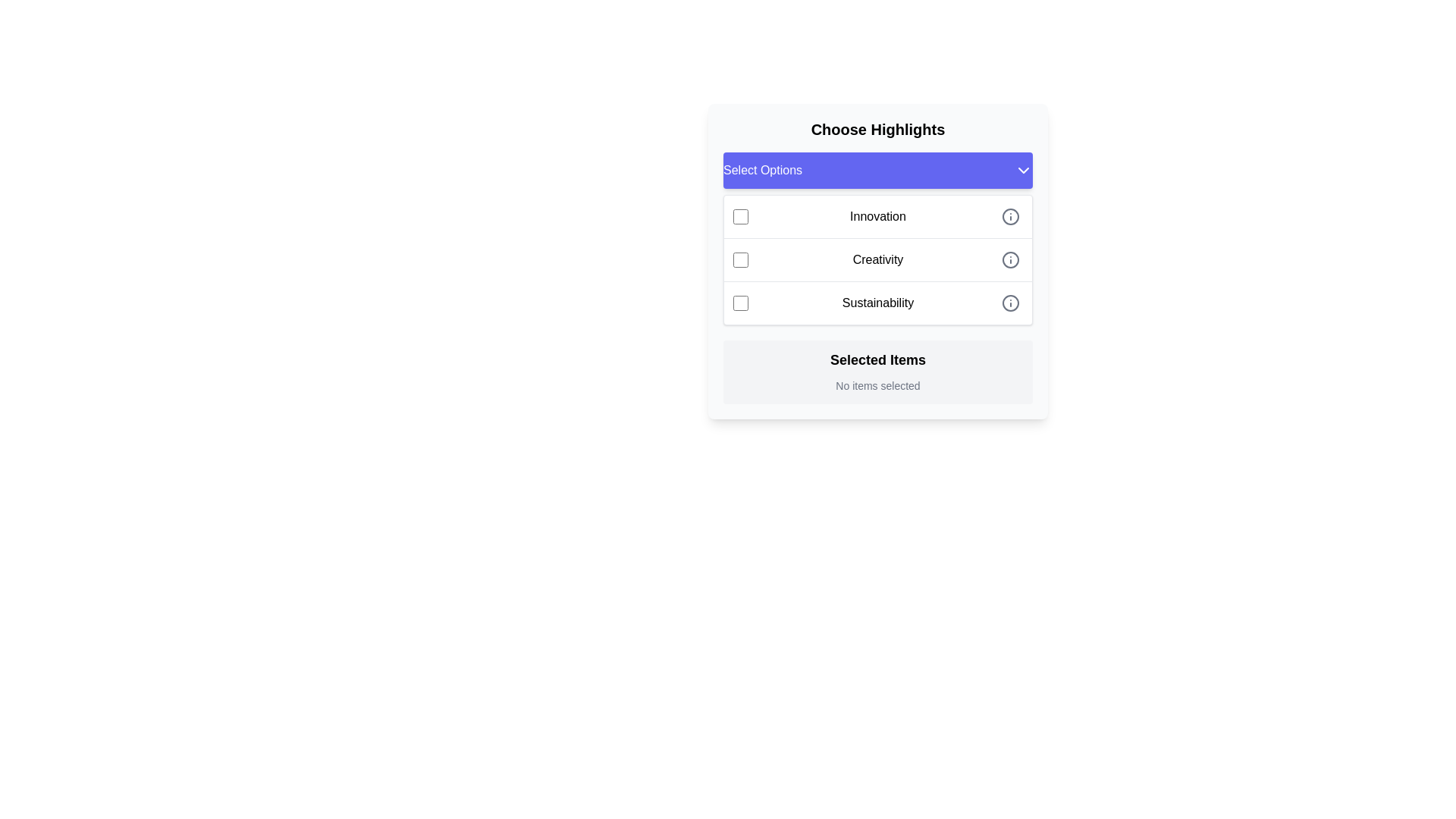 The height and width of the screenshot is (819, 1456). I want to click on the 'Creativity' text label, so click(877, 259).